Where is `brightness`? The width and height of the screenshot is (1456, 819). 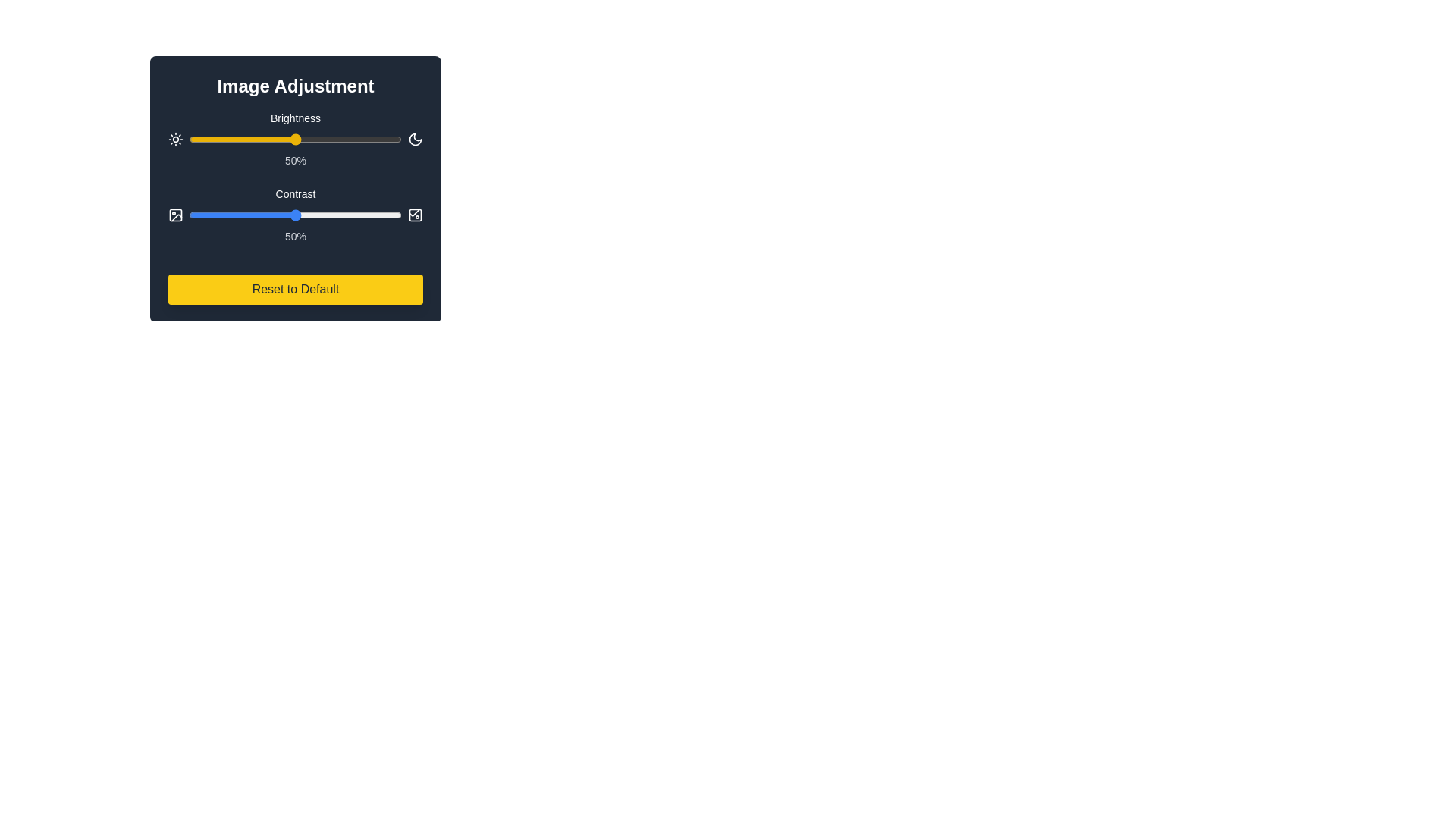 brightness is located at coordinates (231, 140).